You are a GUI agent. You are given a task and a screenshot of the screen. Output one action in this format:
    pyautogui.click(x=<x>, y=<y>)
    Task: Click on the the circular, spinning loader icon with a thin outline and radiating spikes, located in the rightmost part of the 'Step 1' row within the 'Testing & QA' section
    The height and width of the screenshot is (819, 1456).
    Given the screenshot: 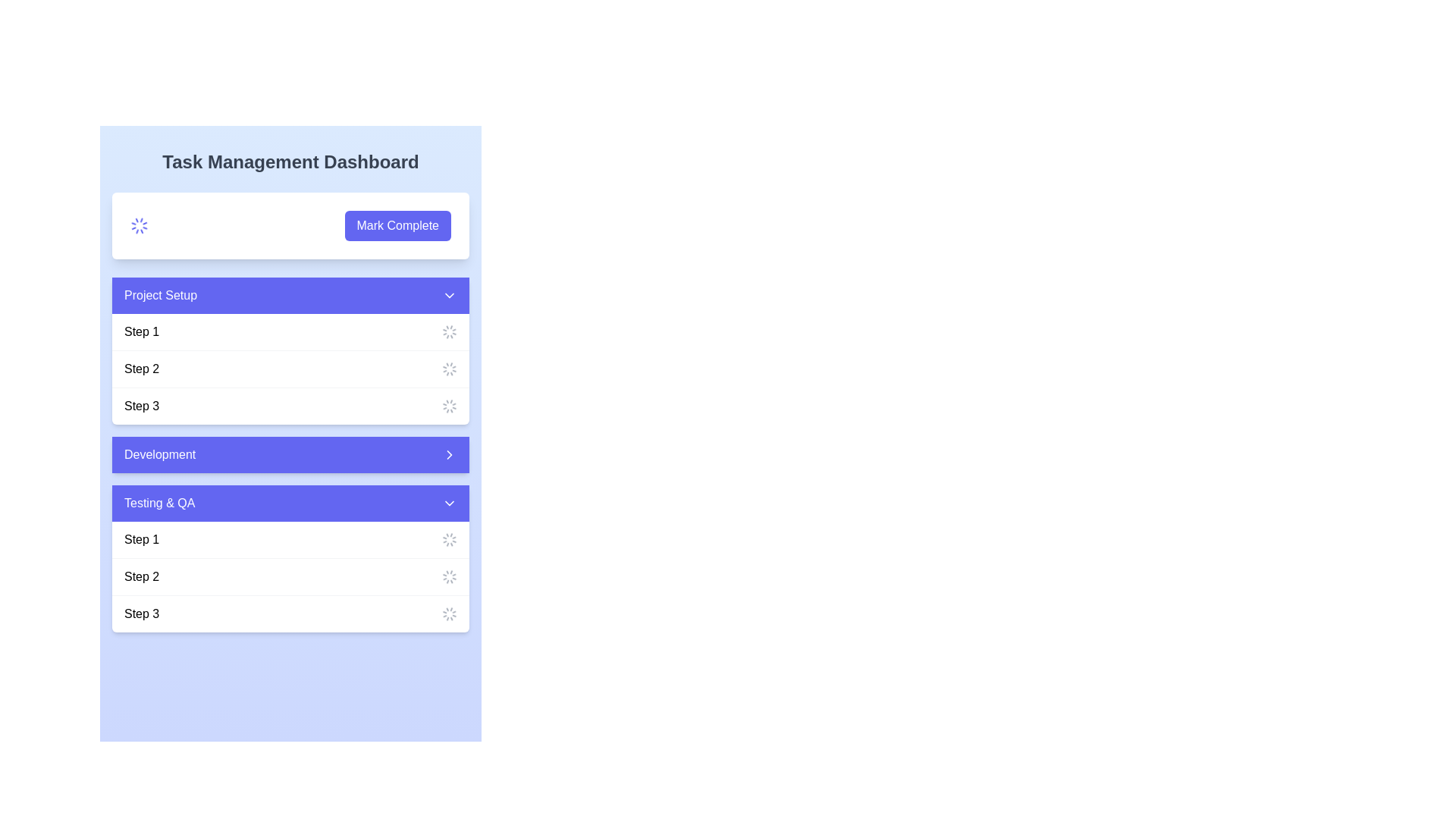 What is the action you would take?
    pyautogui.click(x=449, y=539)
    